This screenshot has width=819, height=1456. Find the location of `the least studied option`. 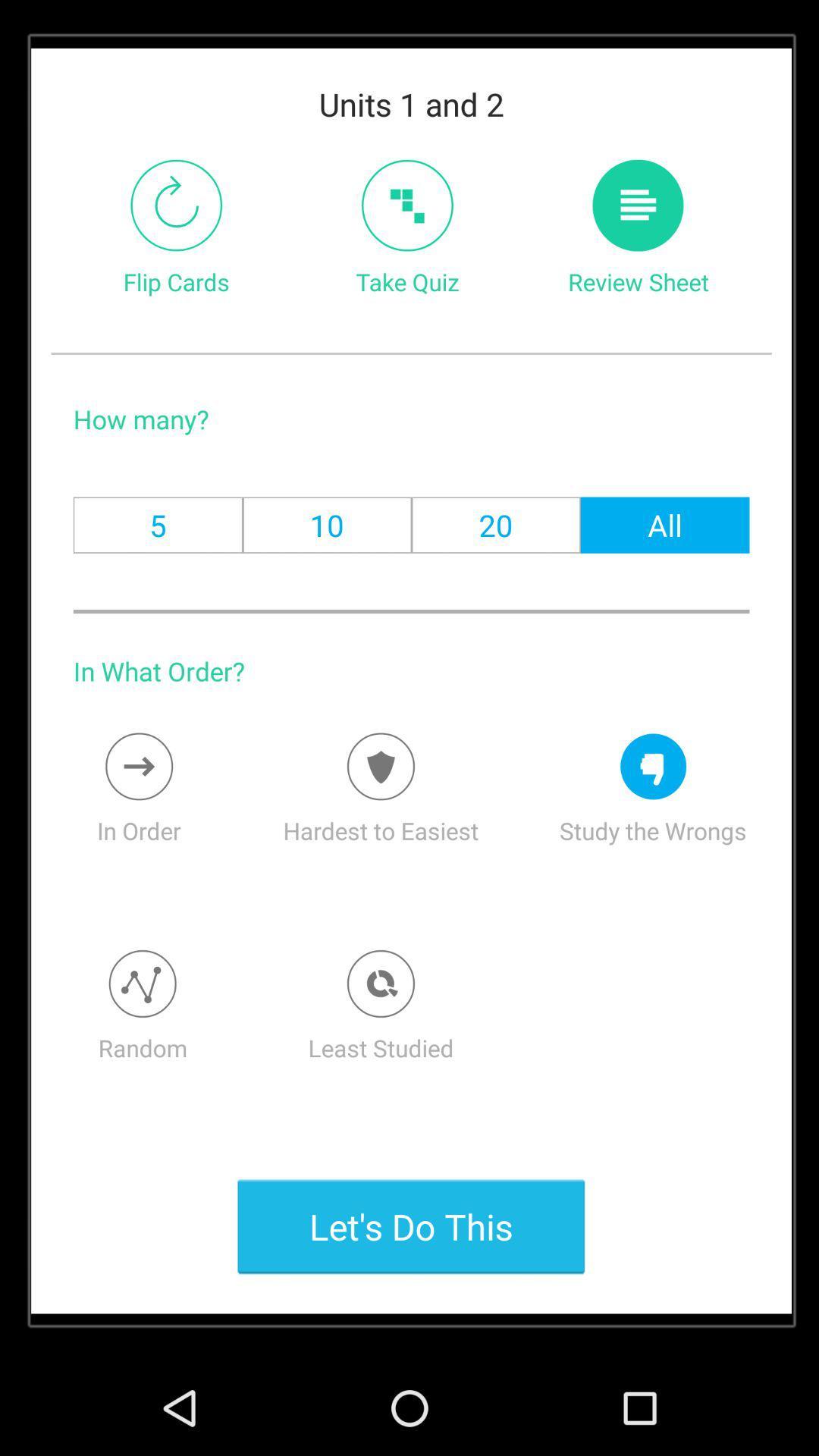

the least studied option is located at coordinates (380, 984).